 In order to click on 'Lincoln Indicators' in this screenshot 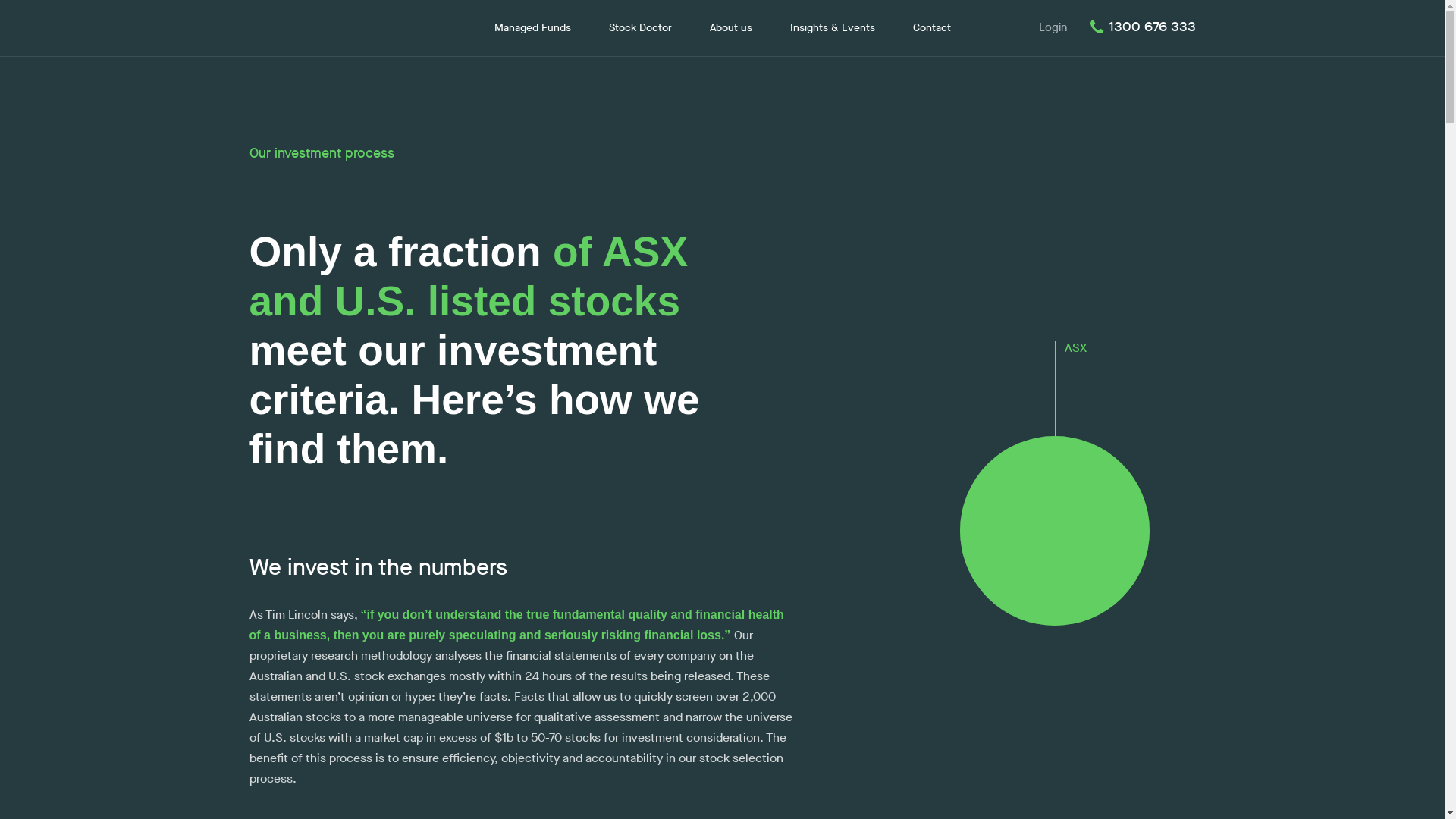, I will do `click(248, 27)`.